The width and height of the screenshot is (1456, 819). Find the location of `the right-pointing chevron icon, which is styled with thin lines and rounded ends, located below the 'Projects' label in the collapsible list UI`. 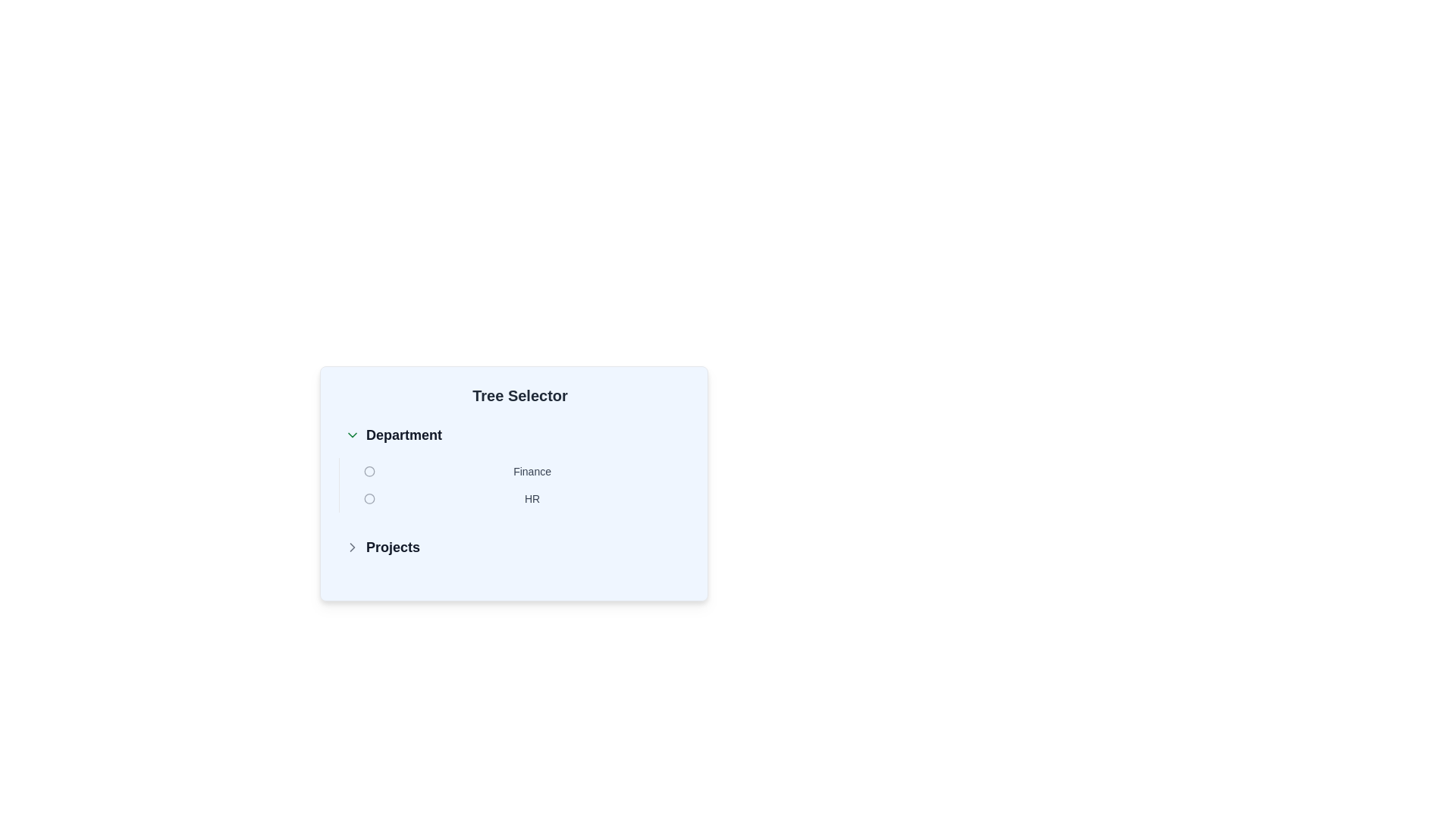

the right-pointing chevron icon, which is styled with thin lines and rounded ends, located below the 'Projects' label in the collapsible list UI is located at coordinates (352, 547).